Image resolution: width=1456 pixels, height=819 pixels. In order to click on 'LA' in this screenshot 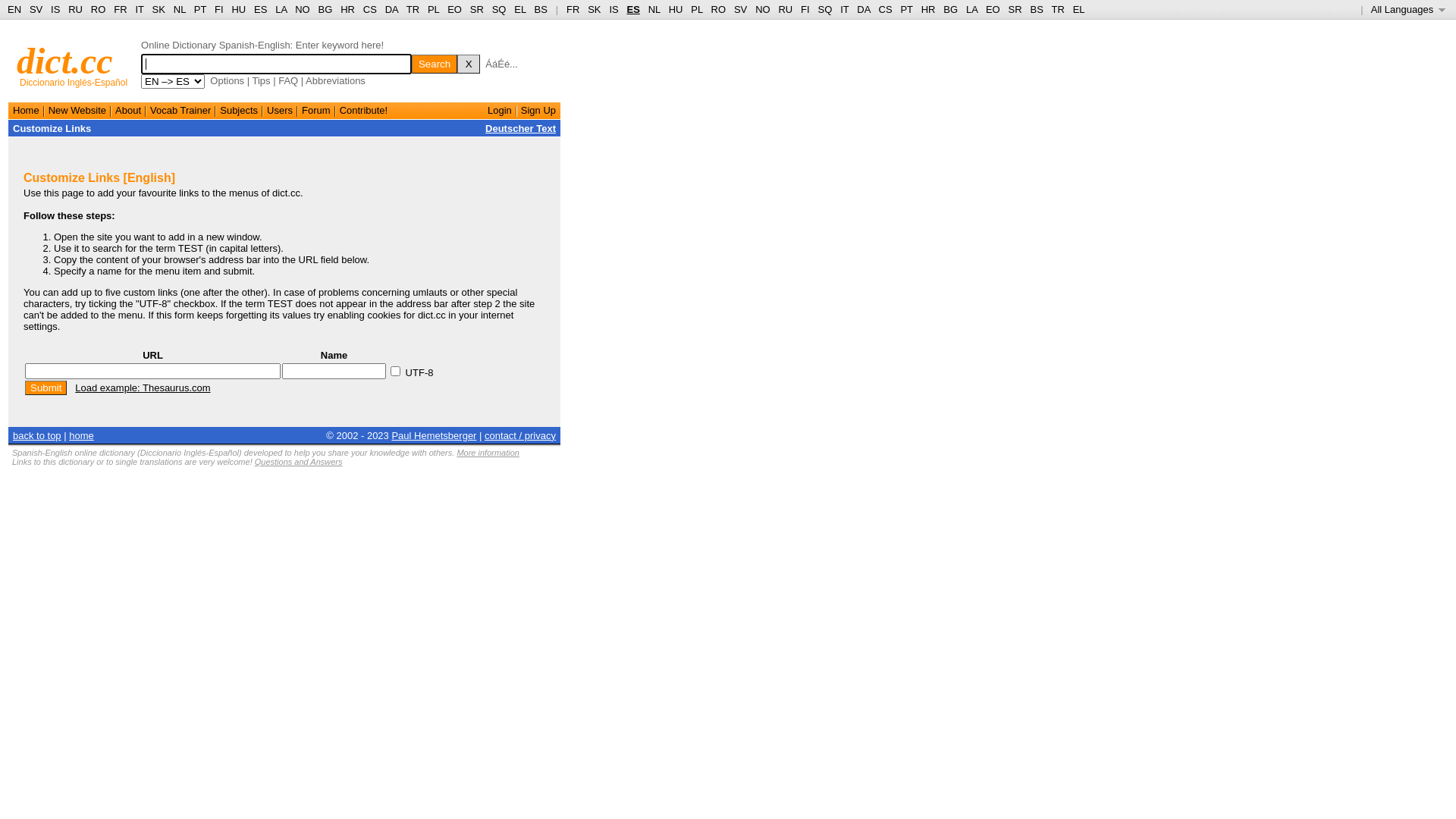, I will do `click(965, 9)`.